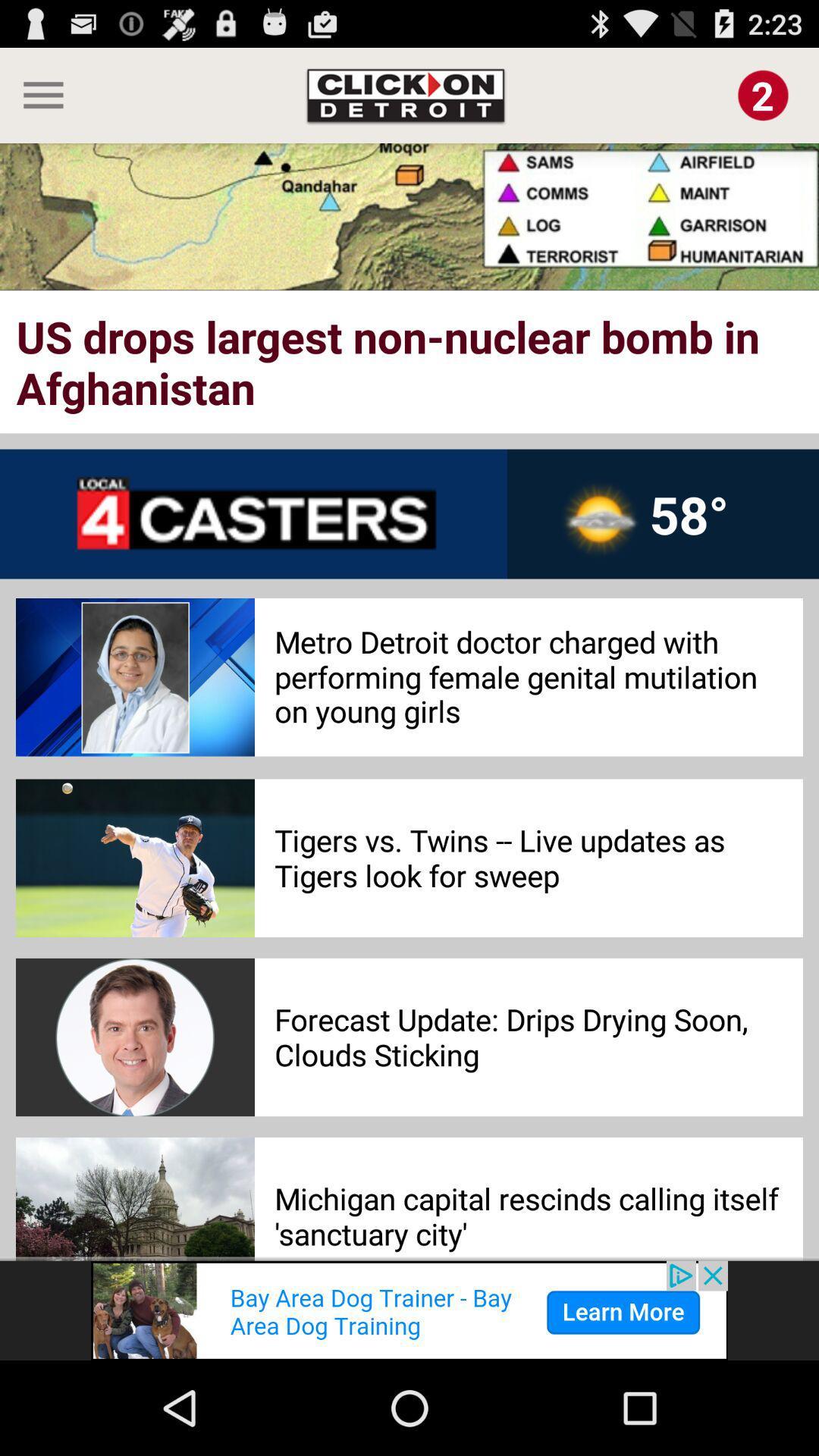 This screenshot has width=819, height=1456. What do you see at coordinates (409, 1310) in the screenshot?
I see `open advertisement` at bounding box center [409, 1310].